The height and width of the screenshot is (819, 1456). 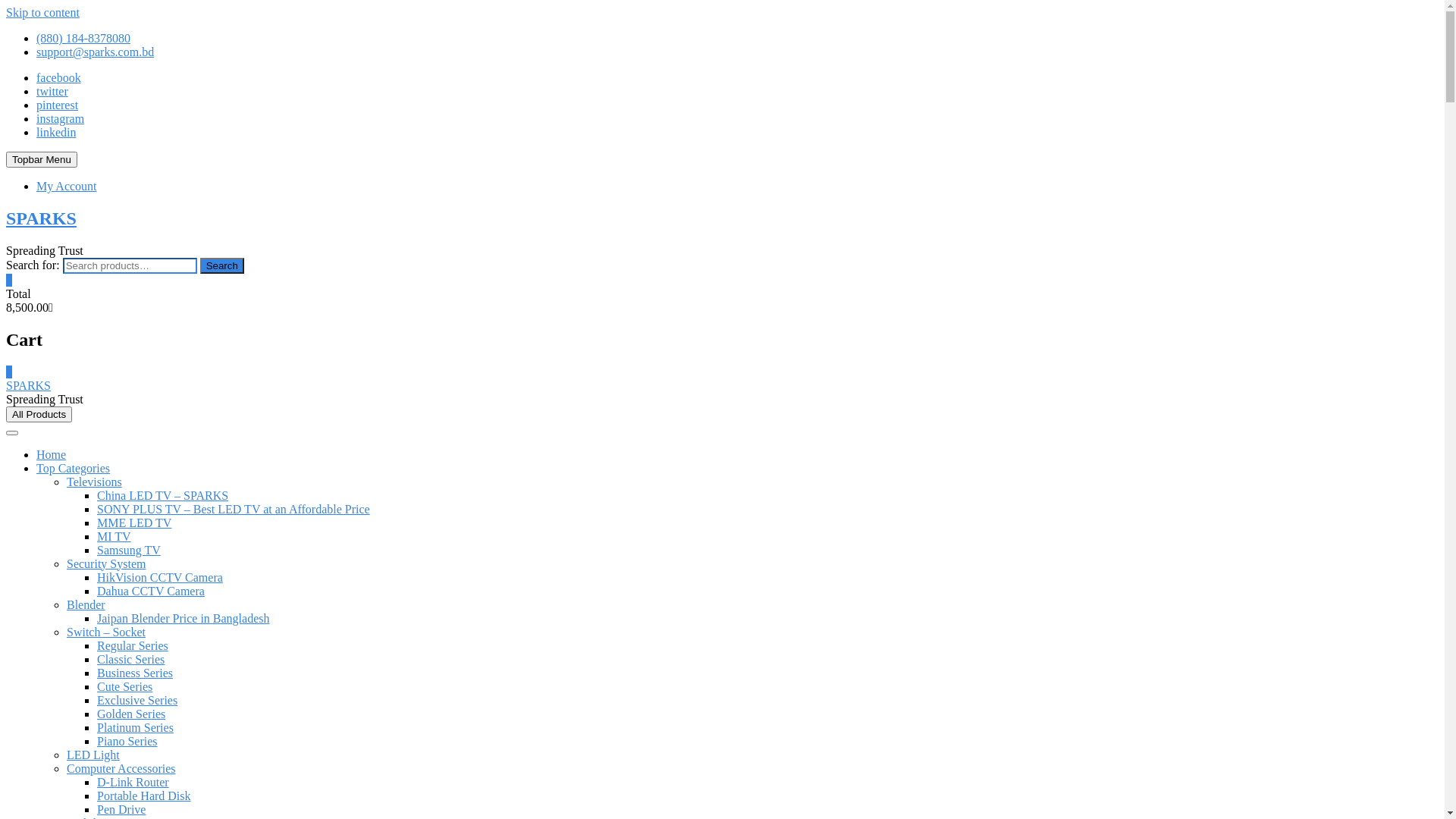 I want to click on 'Golden Series', so click(x=130, y=714).